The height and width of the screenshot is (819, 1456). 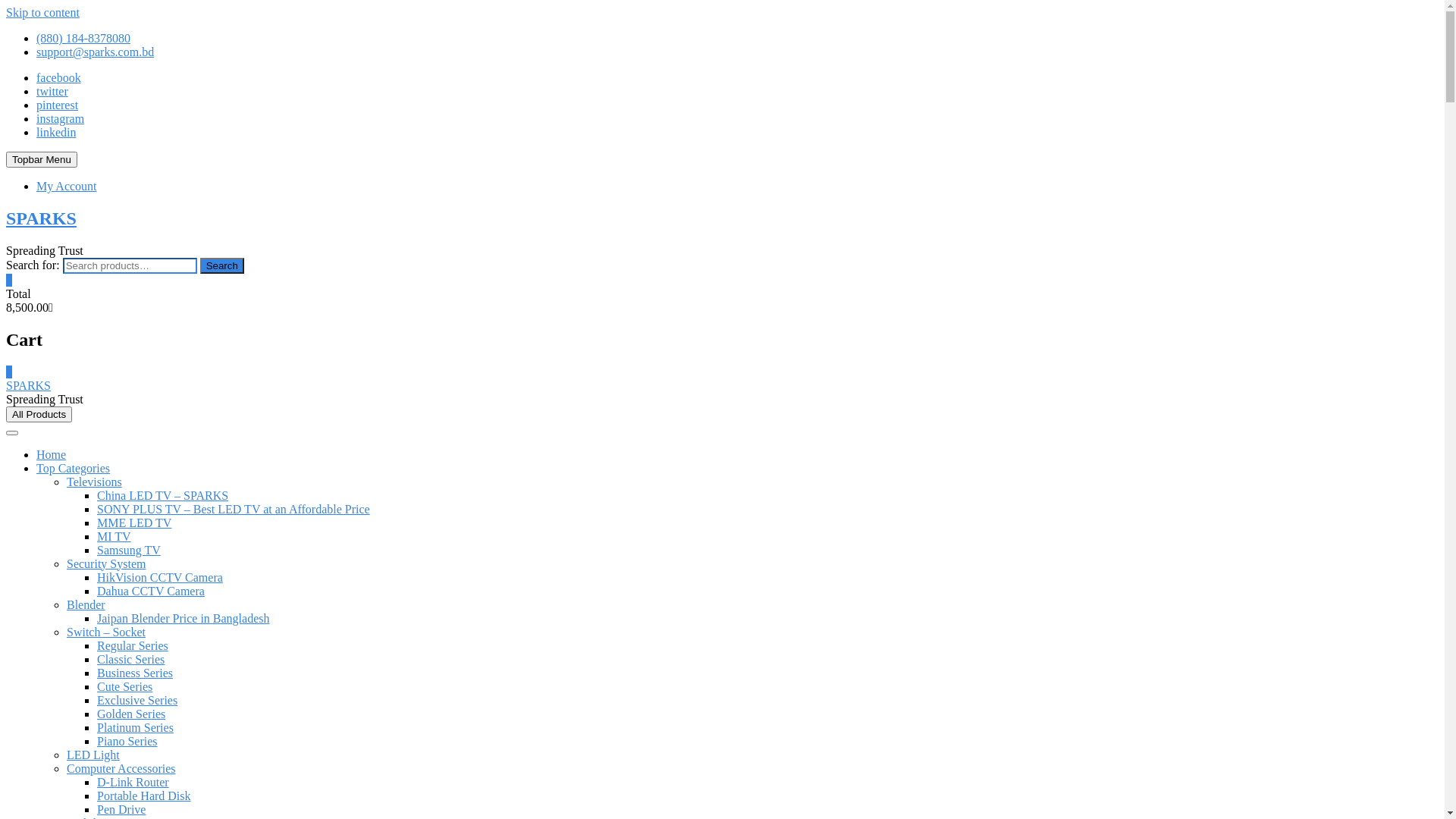 I want to click on 'Golden Series', so click(x=130, y=714).